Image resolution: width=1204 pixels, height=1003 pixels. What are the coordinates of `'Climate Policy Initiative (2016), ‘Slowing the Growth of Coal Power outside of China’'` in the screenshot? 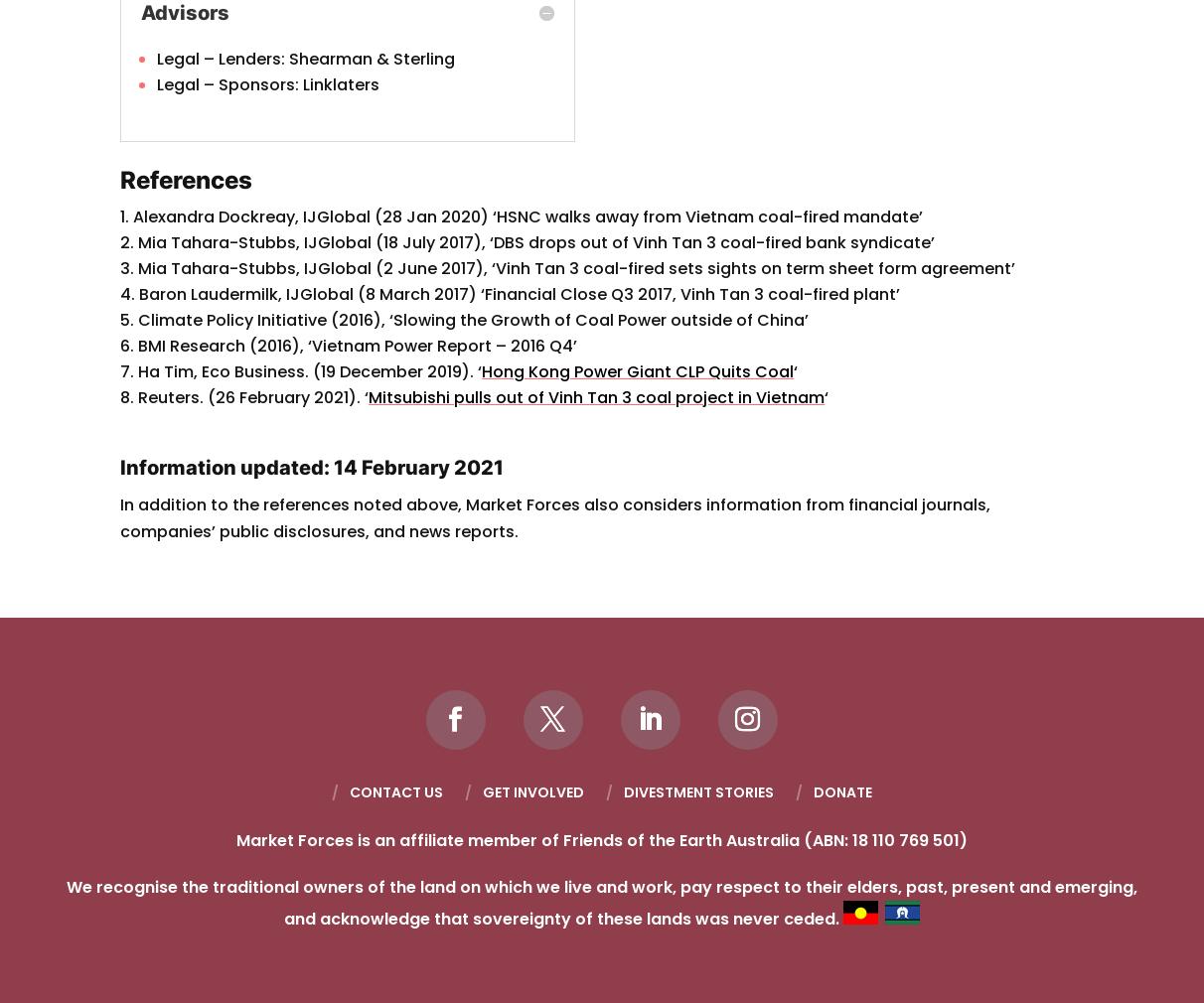 It's located at (472, 320).